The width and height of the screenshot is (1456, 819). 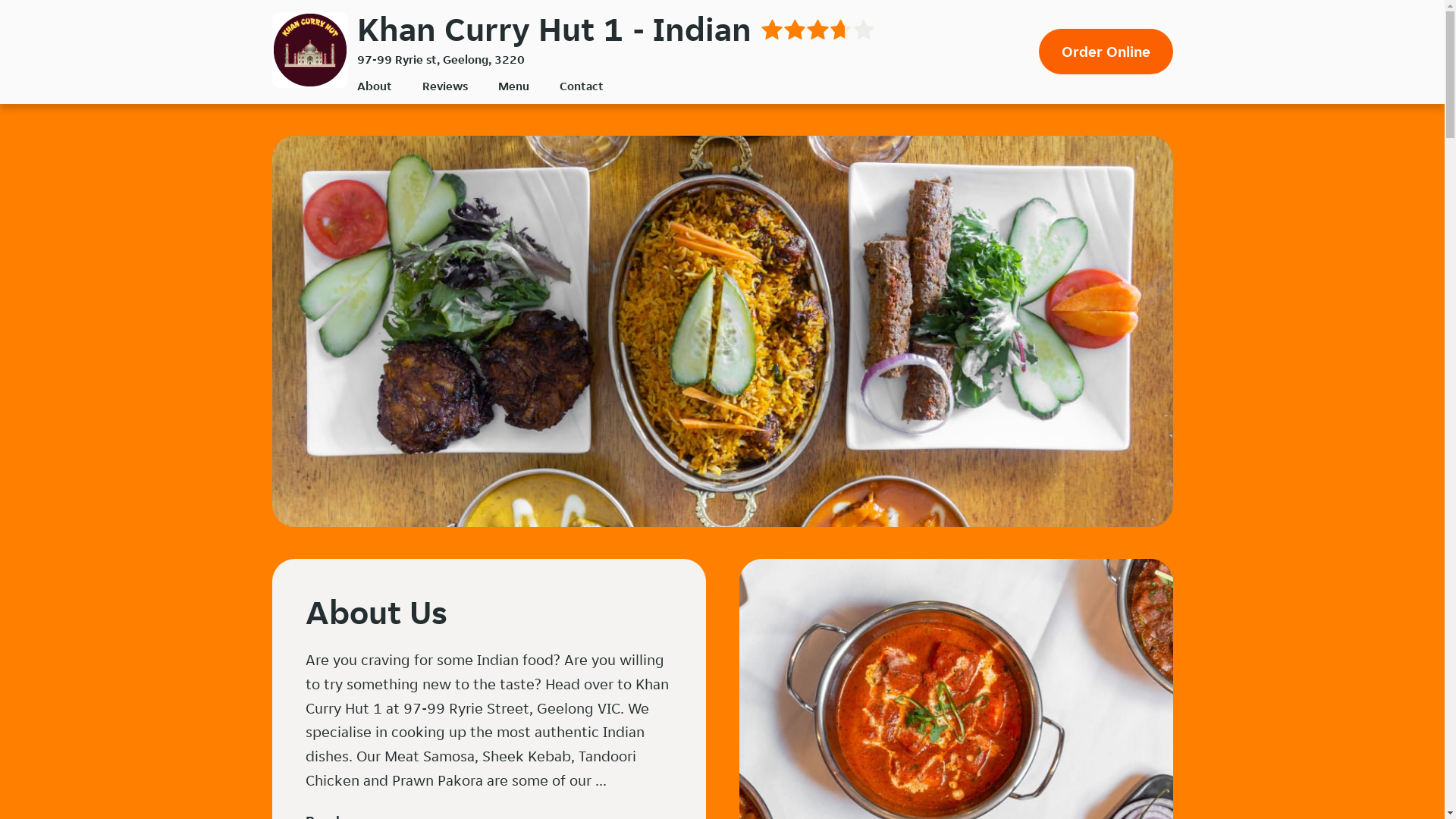 I want to click on 'About', so click(x=374, y=86).